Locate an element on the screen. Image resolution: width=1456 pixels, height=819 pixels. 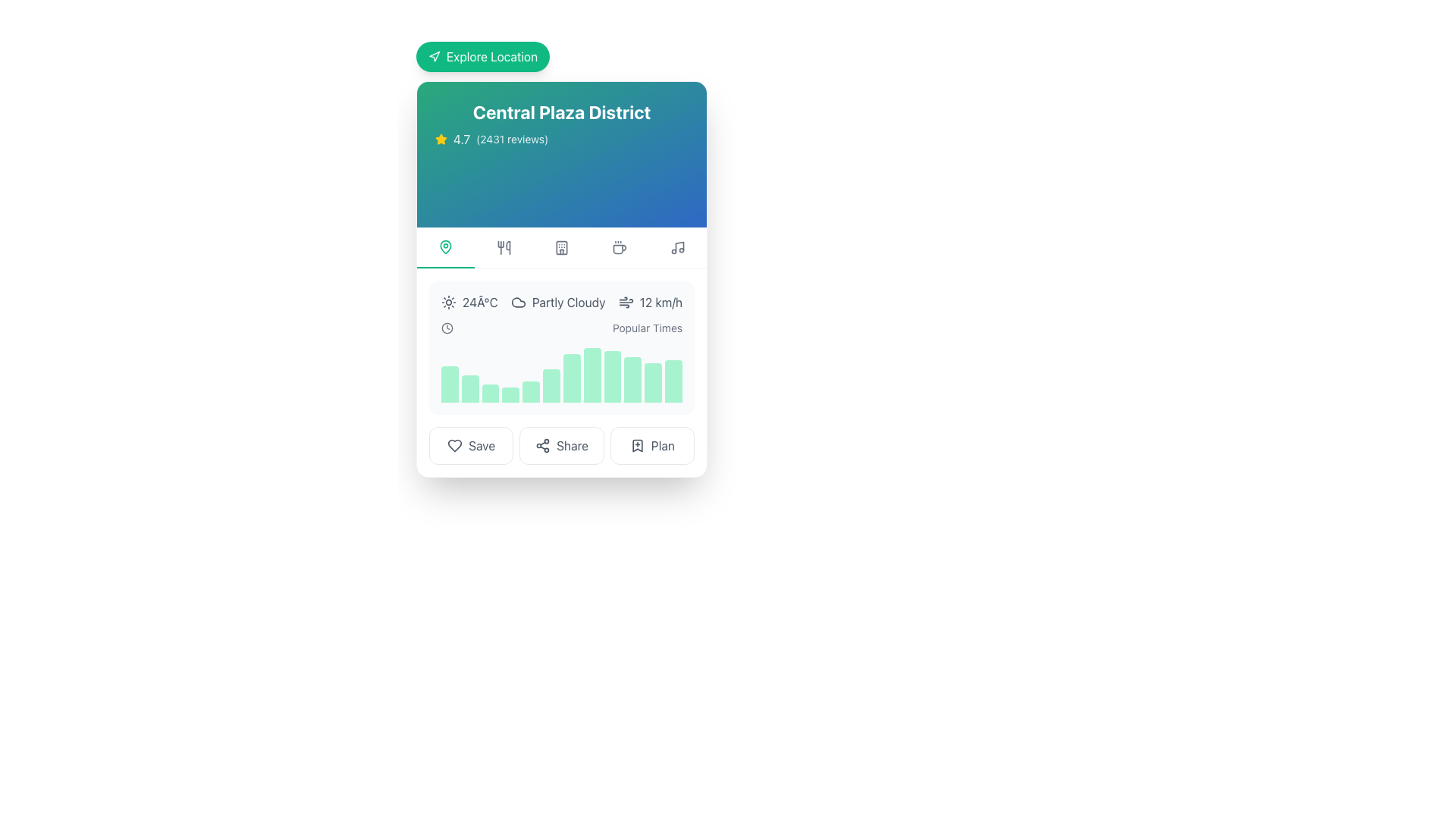
the bright green 'Explore Location' button with rounded corners to perceive visual feedback is located at coordinates (482, 55).